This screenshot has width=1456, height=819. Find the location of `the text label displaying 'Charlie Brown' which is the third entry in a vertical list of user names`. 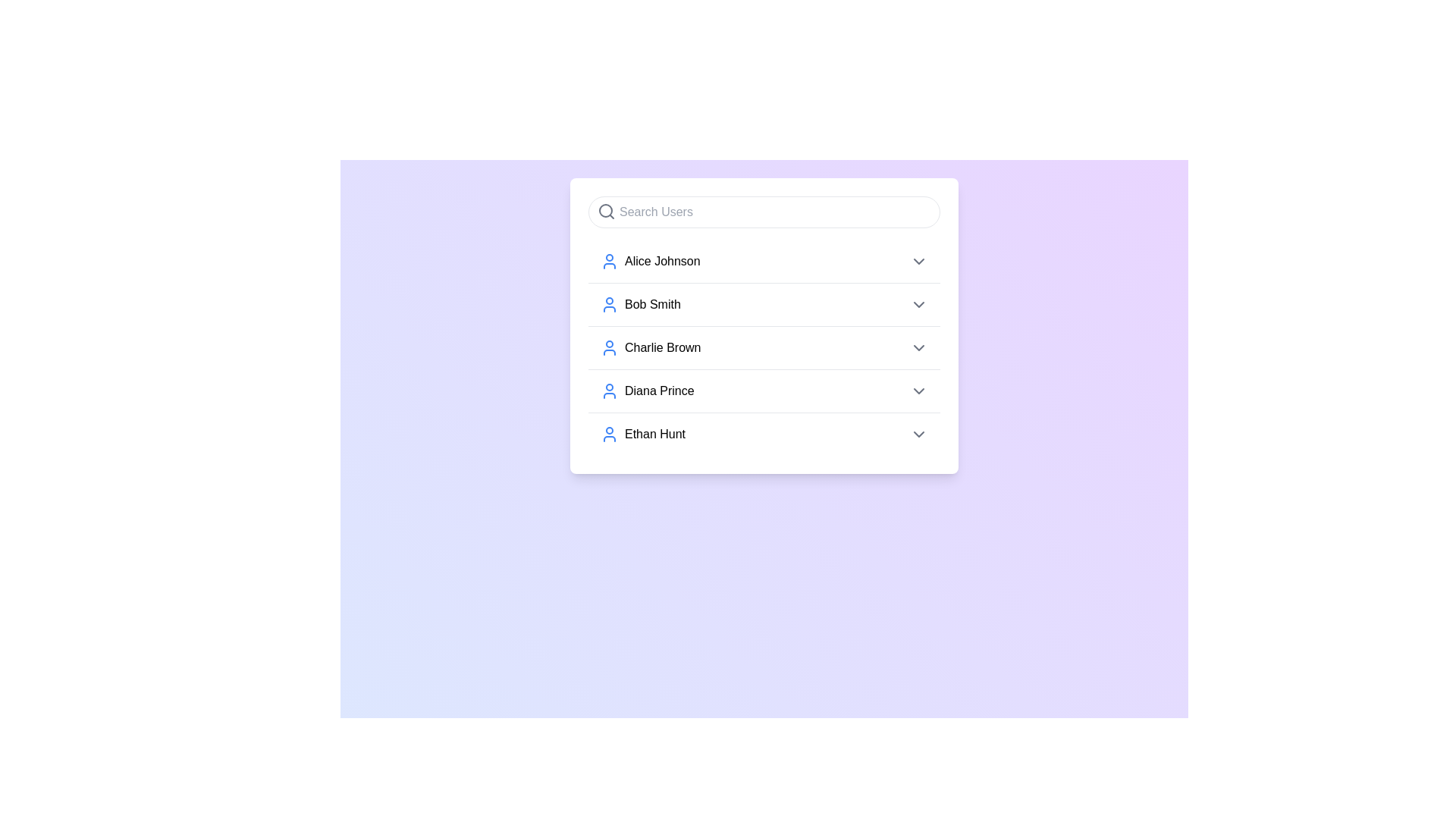

the text label displaying 'Charlie Brown' which is the third entry in a vertical list of user names is located at coordinates (663, 348).